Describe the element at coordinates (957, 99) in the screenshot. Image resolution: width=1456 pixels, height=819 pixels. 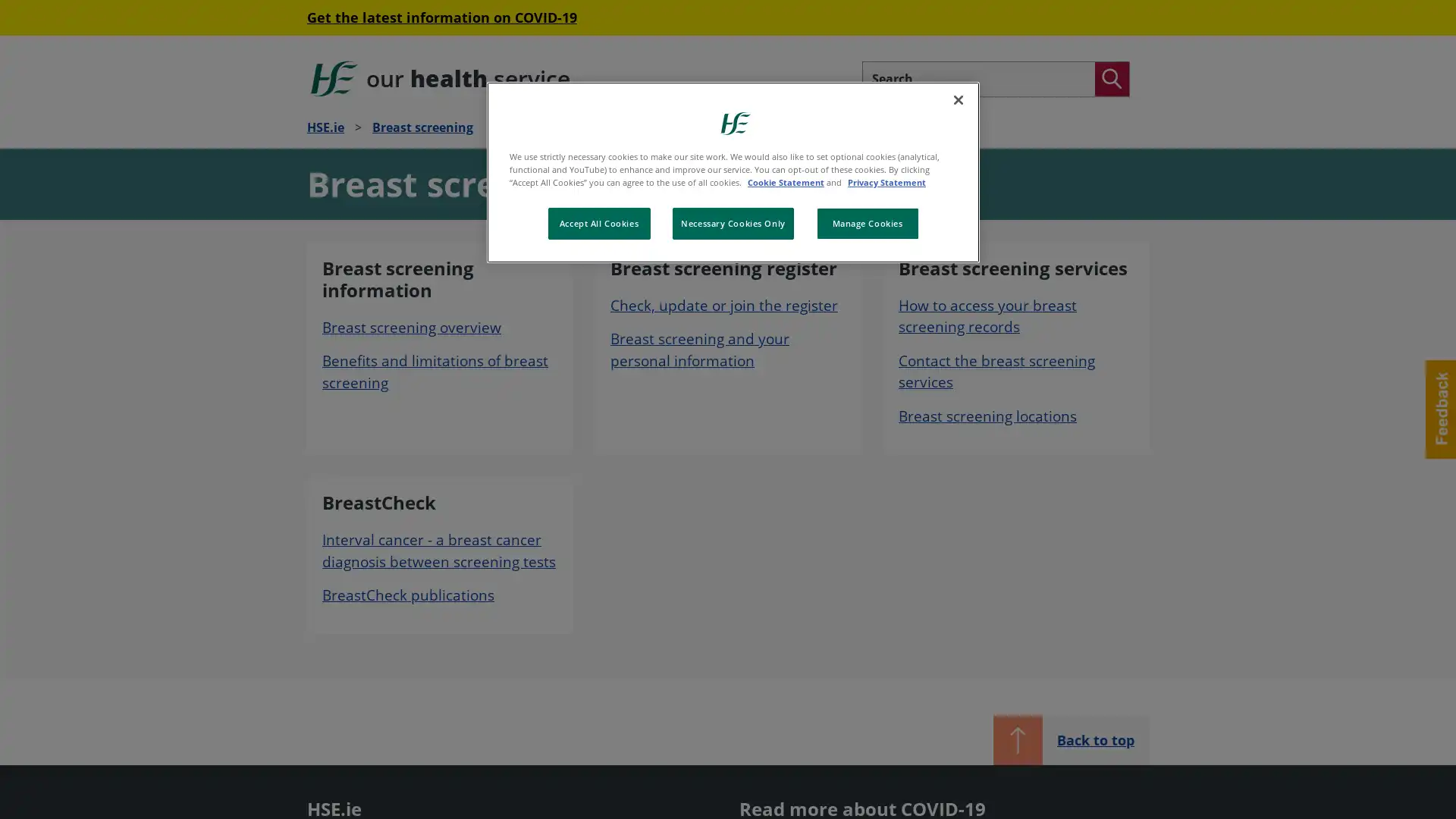
I see `Close` at that location.